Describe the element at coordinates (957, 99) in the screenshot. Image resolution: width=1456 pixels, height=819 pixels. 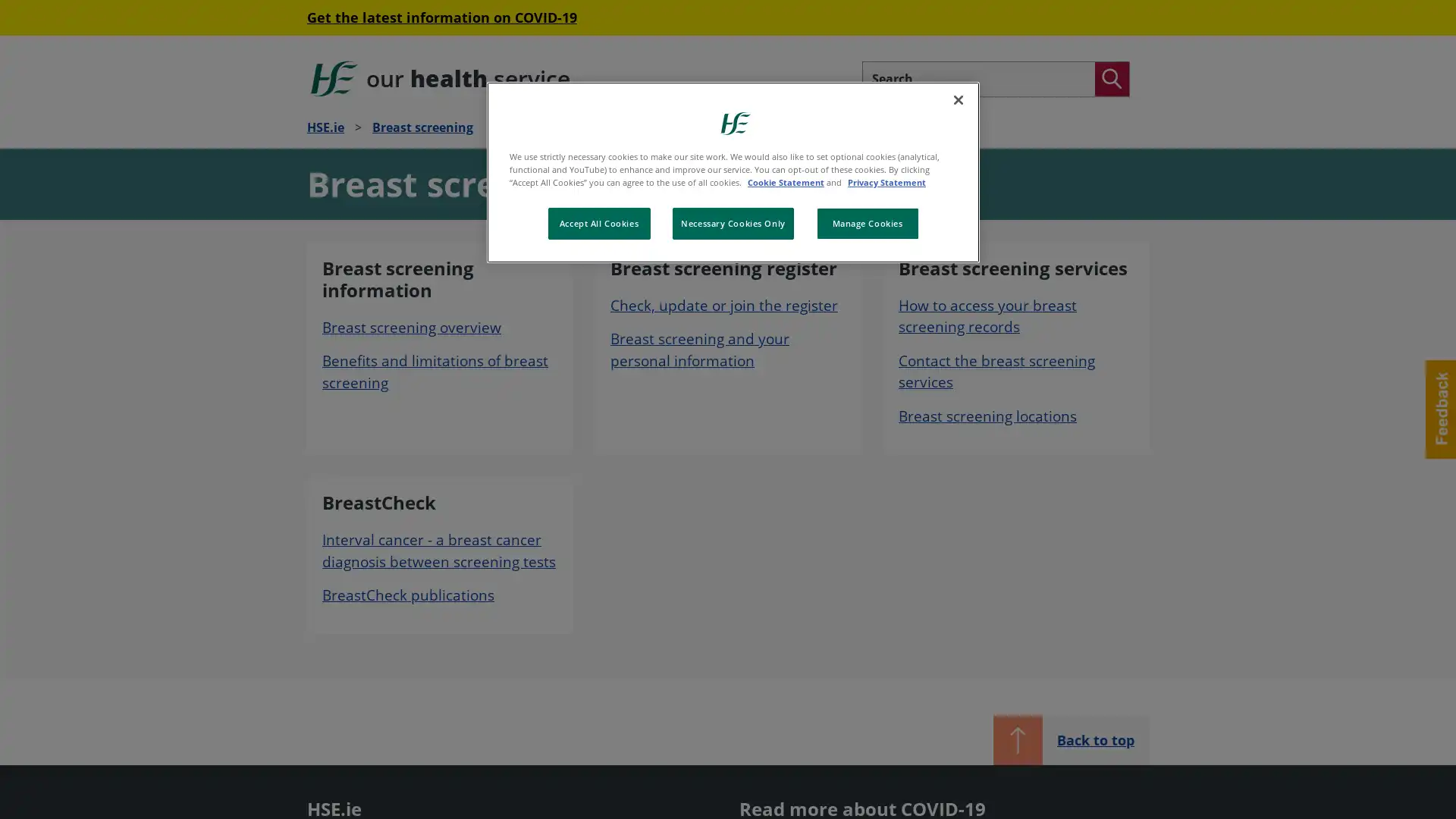
I see `Close` at that location.